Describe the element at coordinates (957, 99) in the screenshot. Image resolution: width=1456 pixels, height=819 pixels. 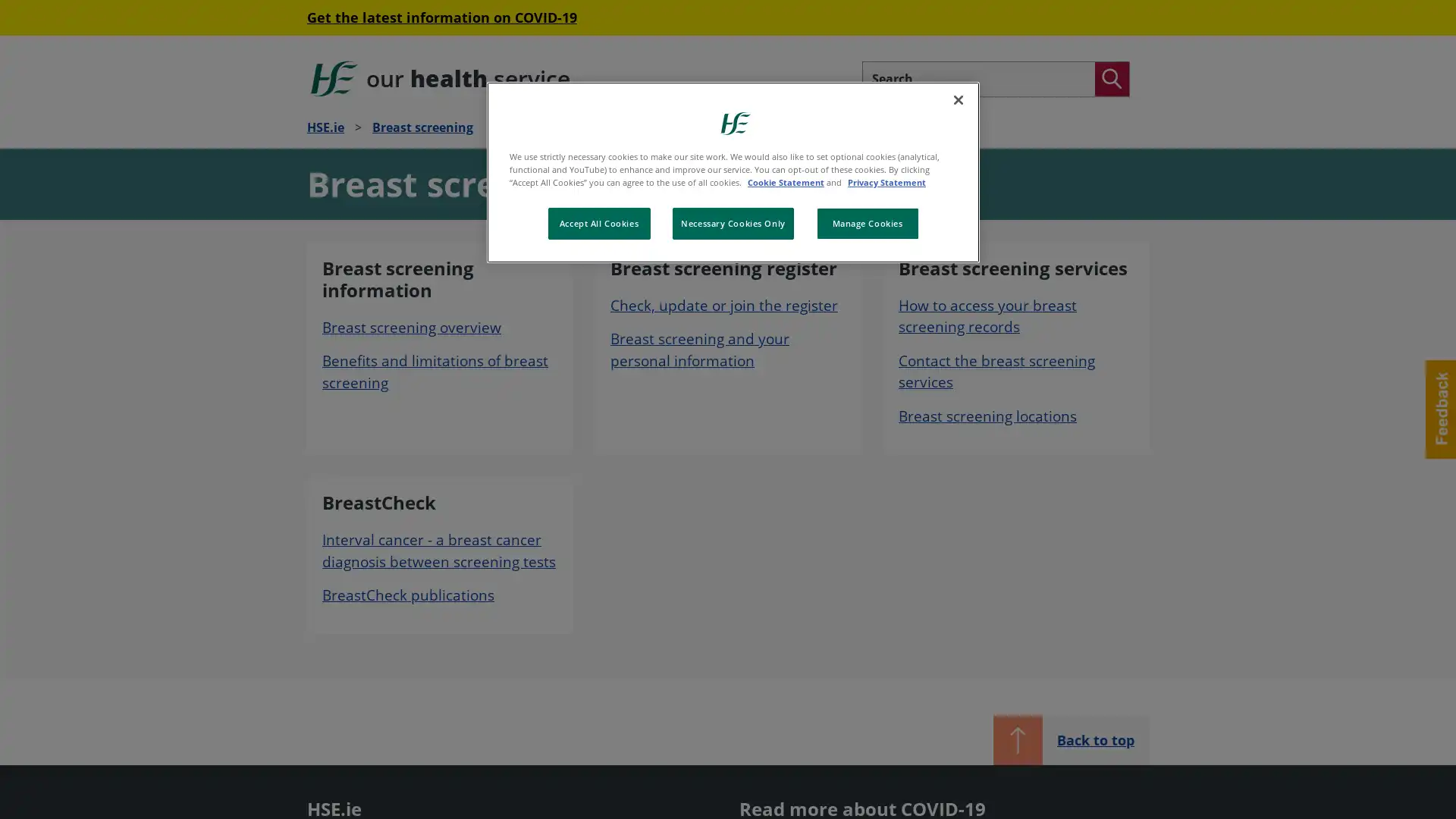
I see `Close` at that location.